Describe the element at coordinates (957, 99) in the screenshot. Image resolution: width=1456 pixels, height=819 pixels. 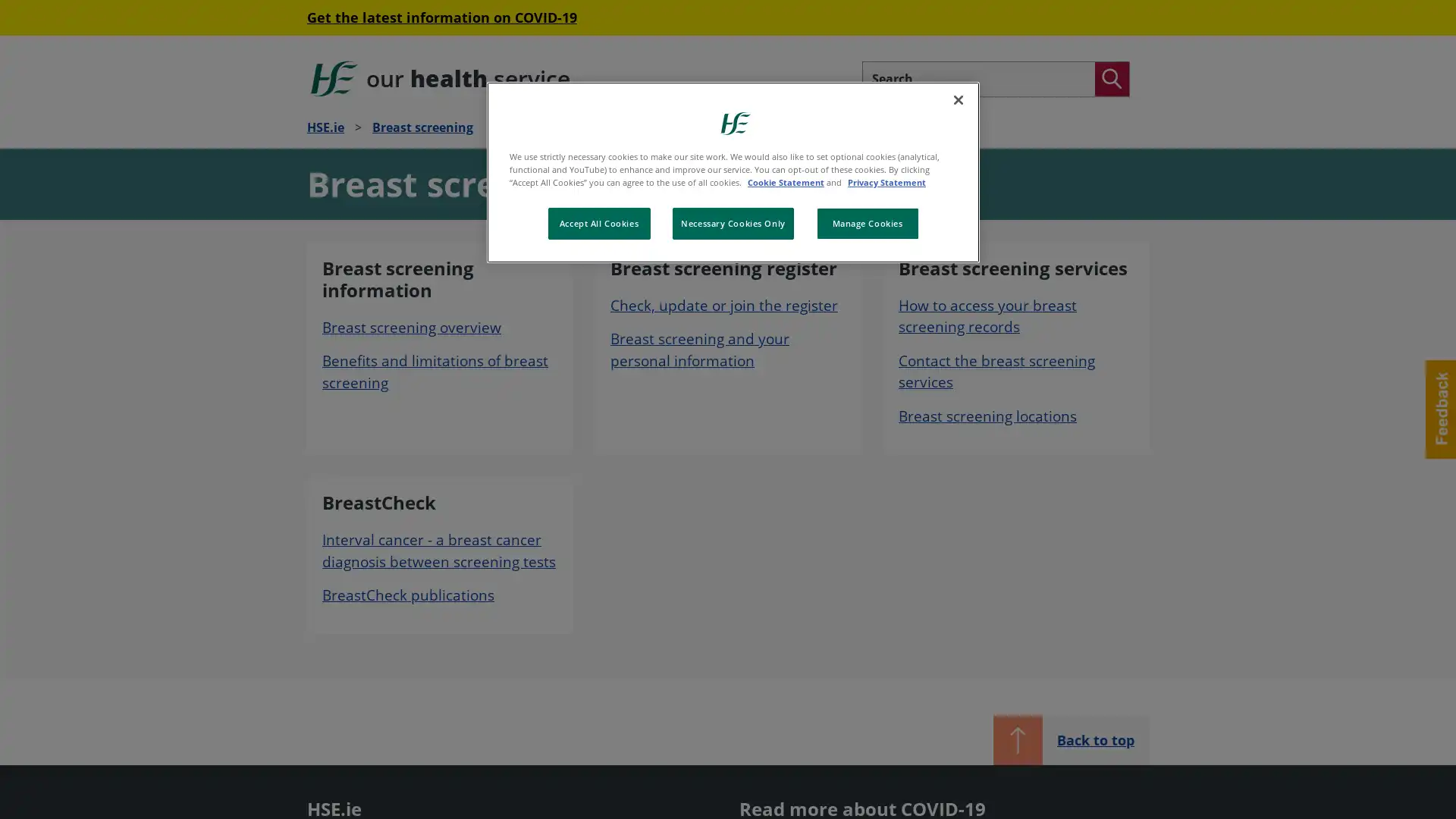
I see `Close` at that location.